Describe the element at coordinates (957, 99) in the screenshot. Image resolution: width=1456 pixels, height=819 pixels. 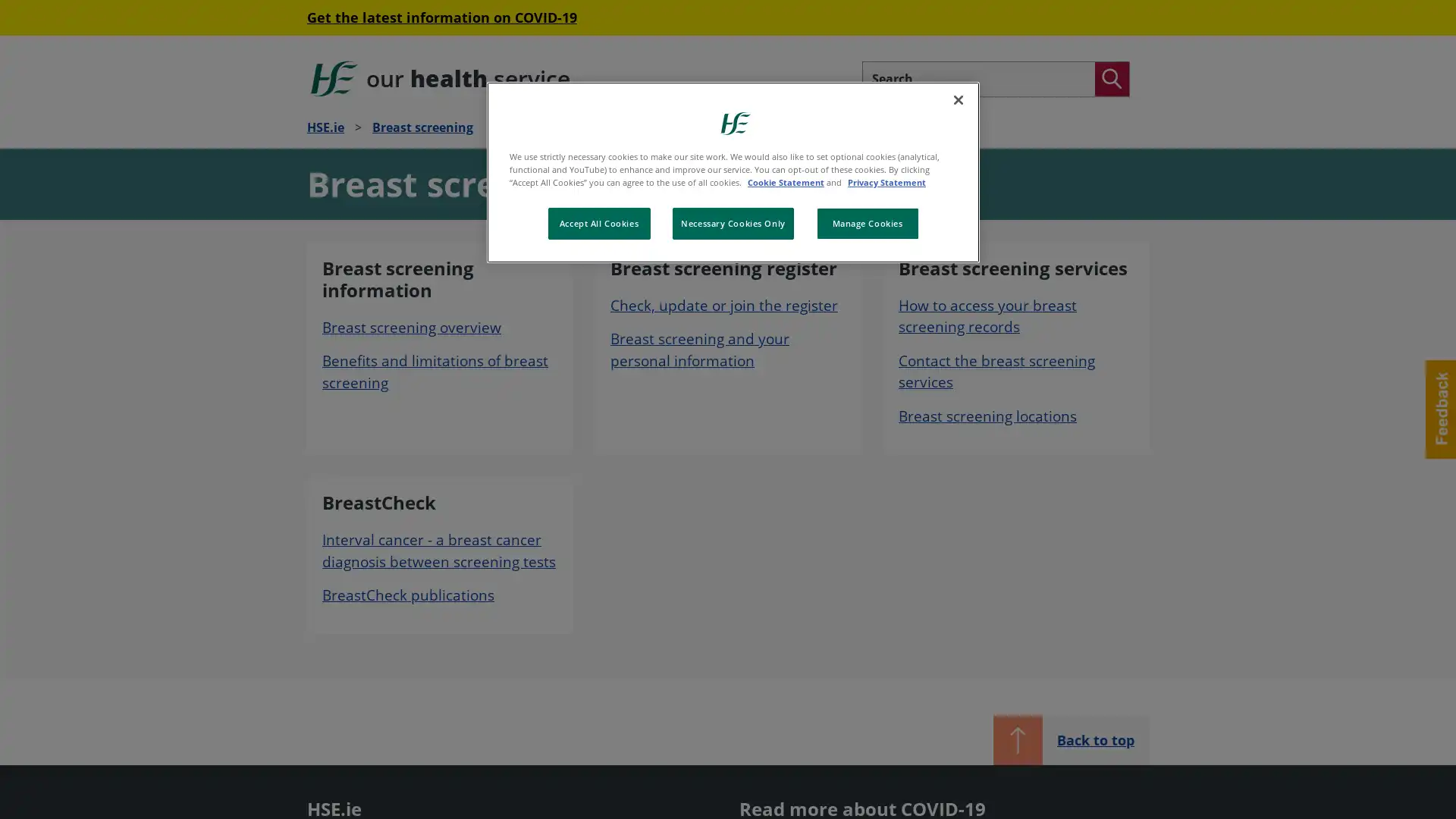
I see `Close` at that location.